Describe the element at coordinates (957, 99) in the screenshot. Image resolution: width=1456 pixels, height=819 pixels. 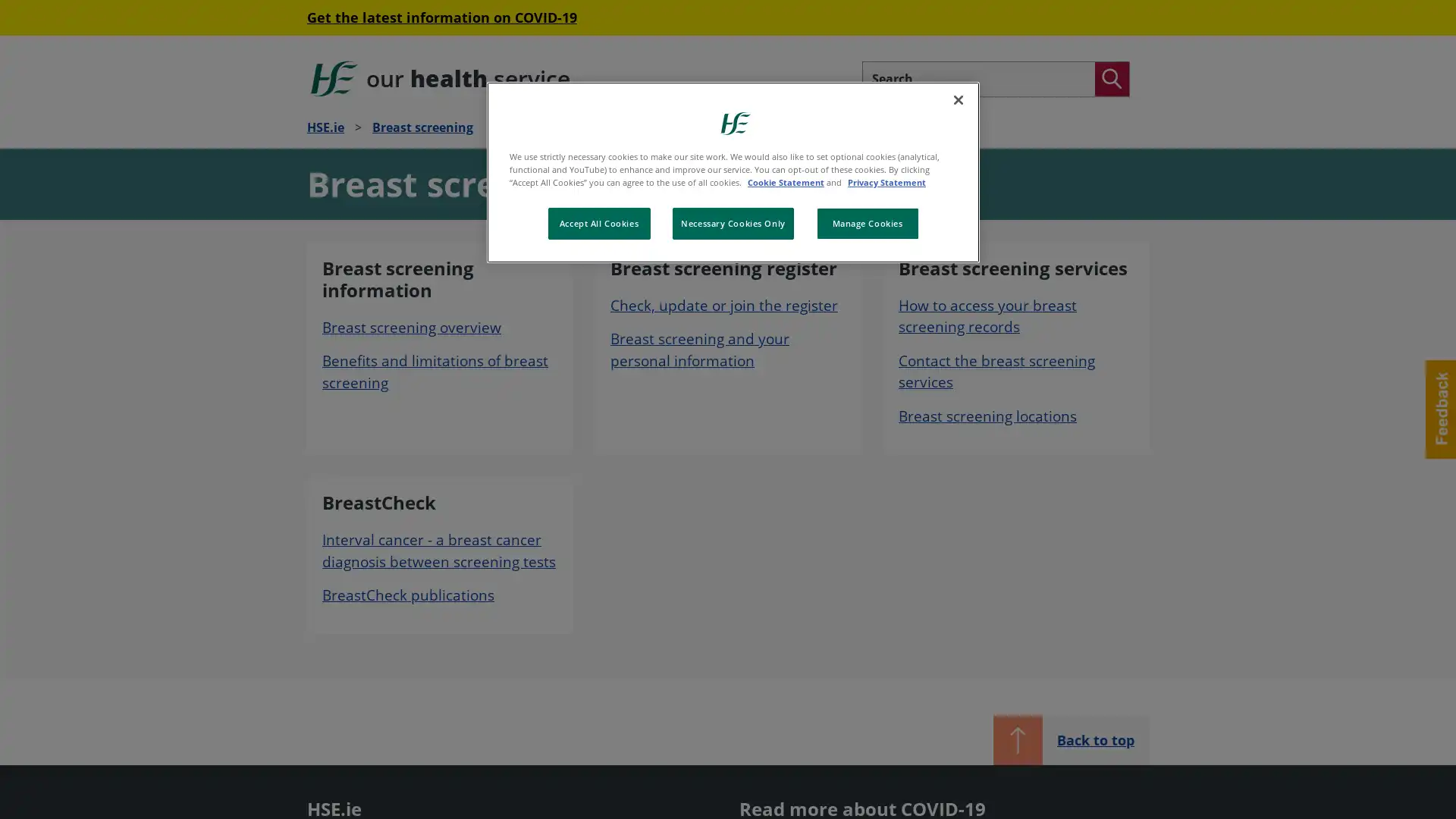
I see `Close` at that location.